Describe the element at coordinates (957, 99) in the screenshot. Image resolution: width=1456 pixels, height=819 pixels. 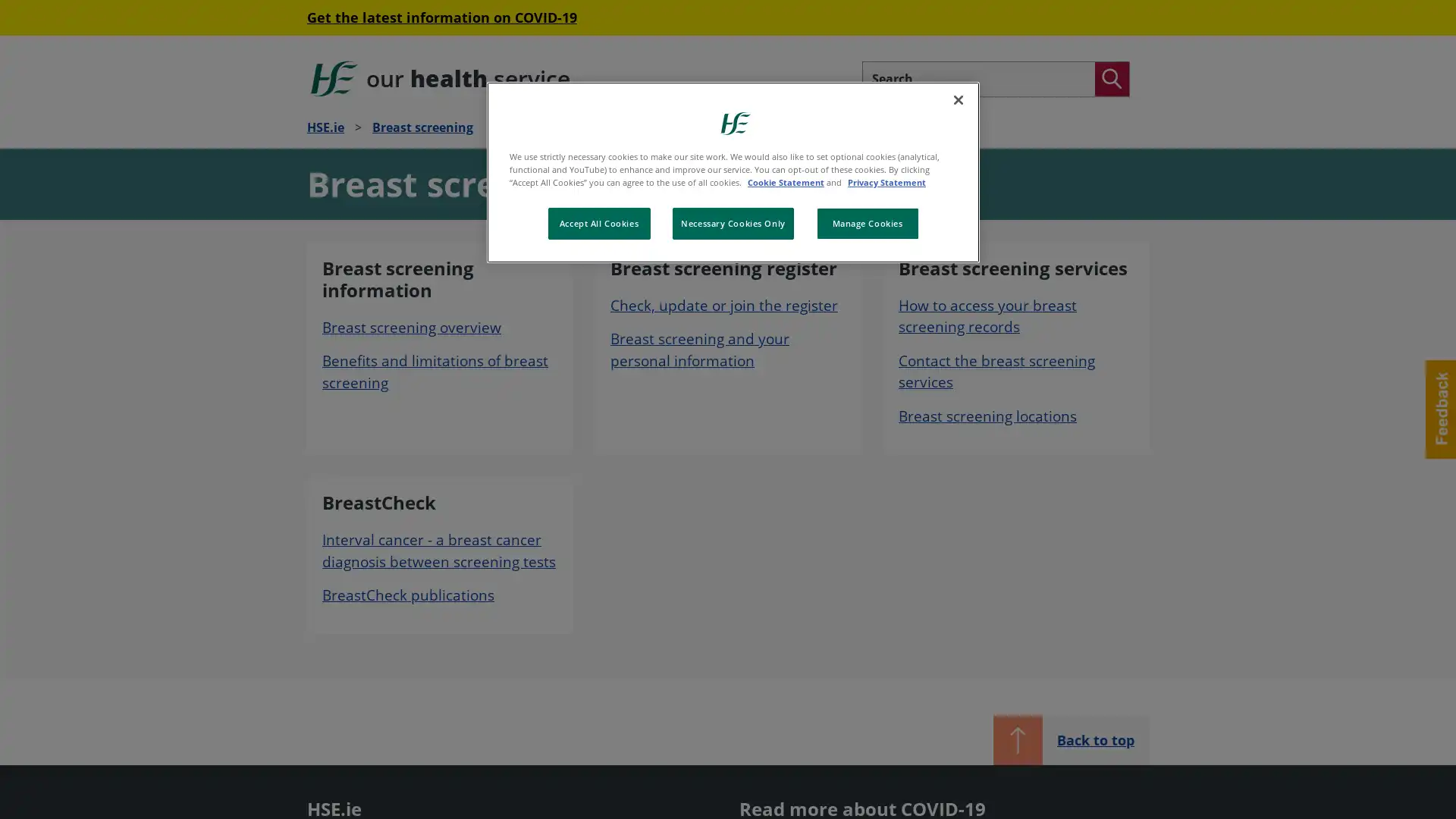
I see `Close` at that location.